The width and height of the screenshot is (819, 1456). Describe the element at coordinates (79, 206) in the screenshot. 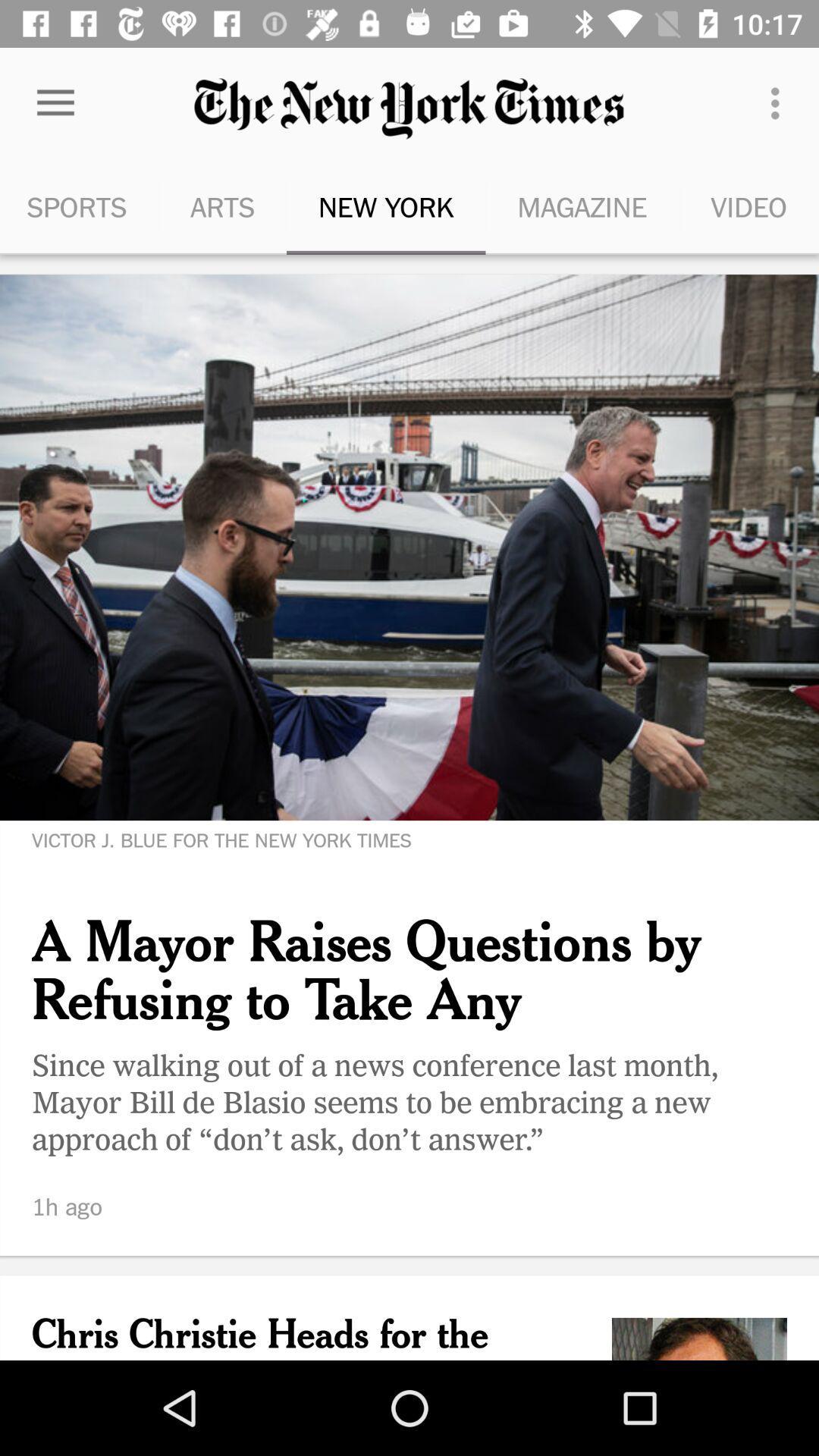

I see `the icon to the left of arts icon` at that location.